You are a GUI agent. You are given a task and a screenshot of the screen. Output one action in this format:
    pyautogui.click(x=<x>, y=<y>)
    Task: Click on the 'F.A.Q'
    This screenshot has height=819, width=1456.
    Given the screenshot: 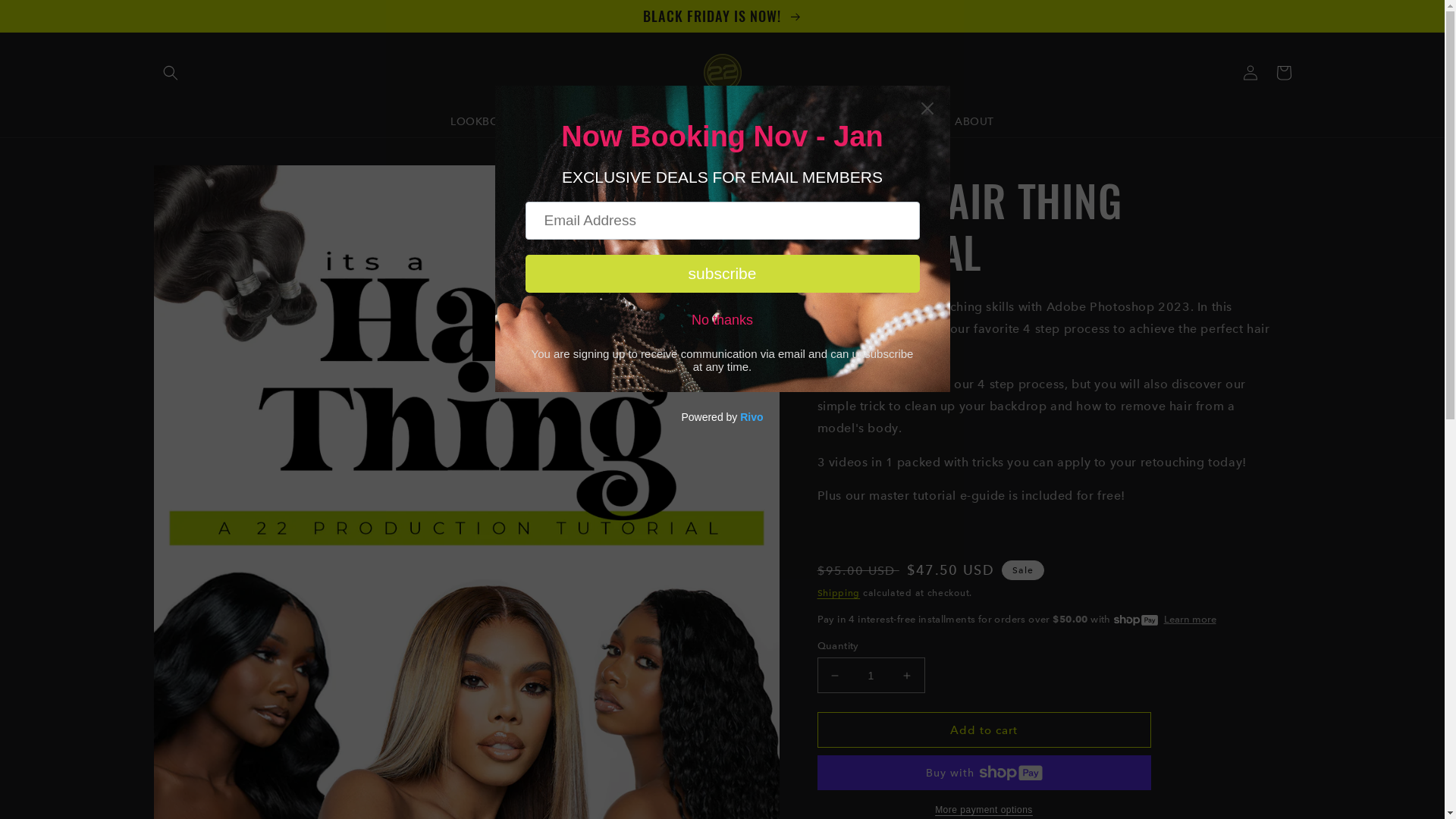 What is the action you would take?
    pyautogui.click(x=848, y=120)
    